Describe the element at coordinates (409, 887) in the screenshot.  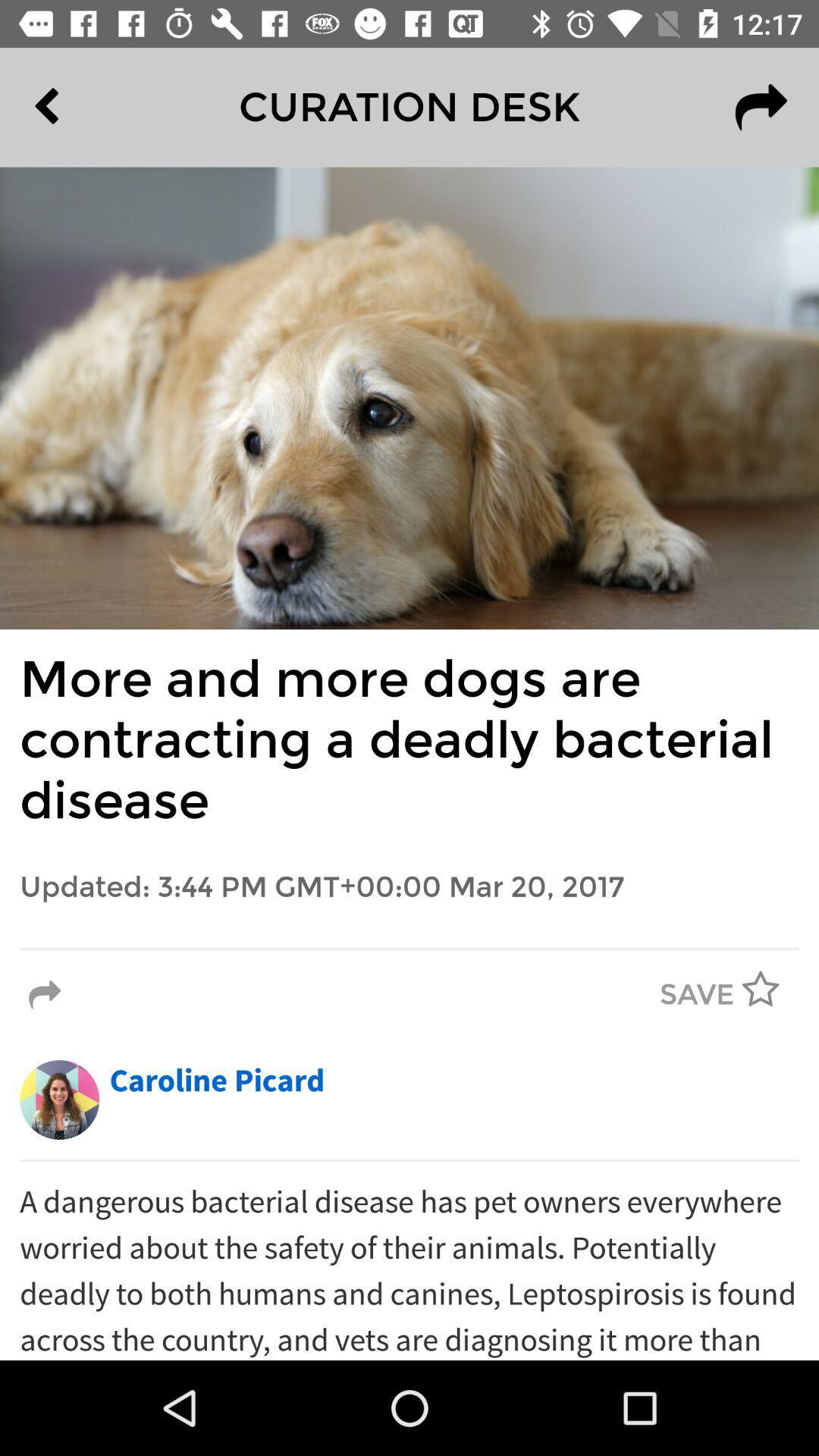
I see `the updated 3 44` at that location.